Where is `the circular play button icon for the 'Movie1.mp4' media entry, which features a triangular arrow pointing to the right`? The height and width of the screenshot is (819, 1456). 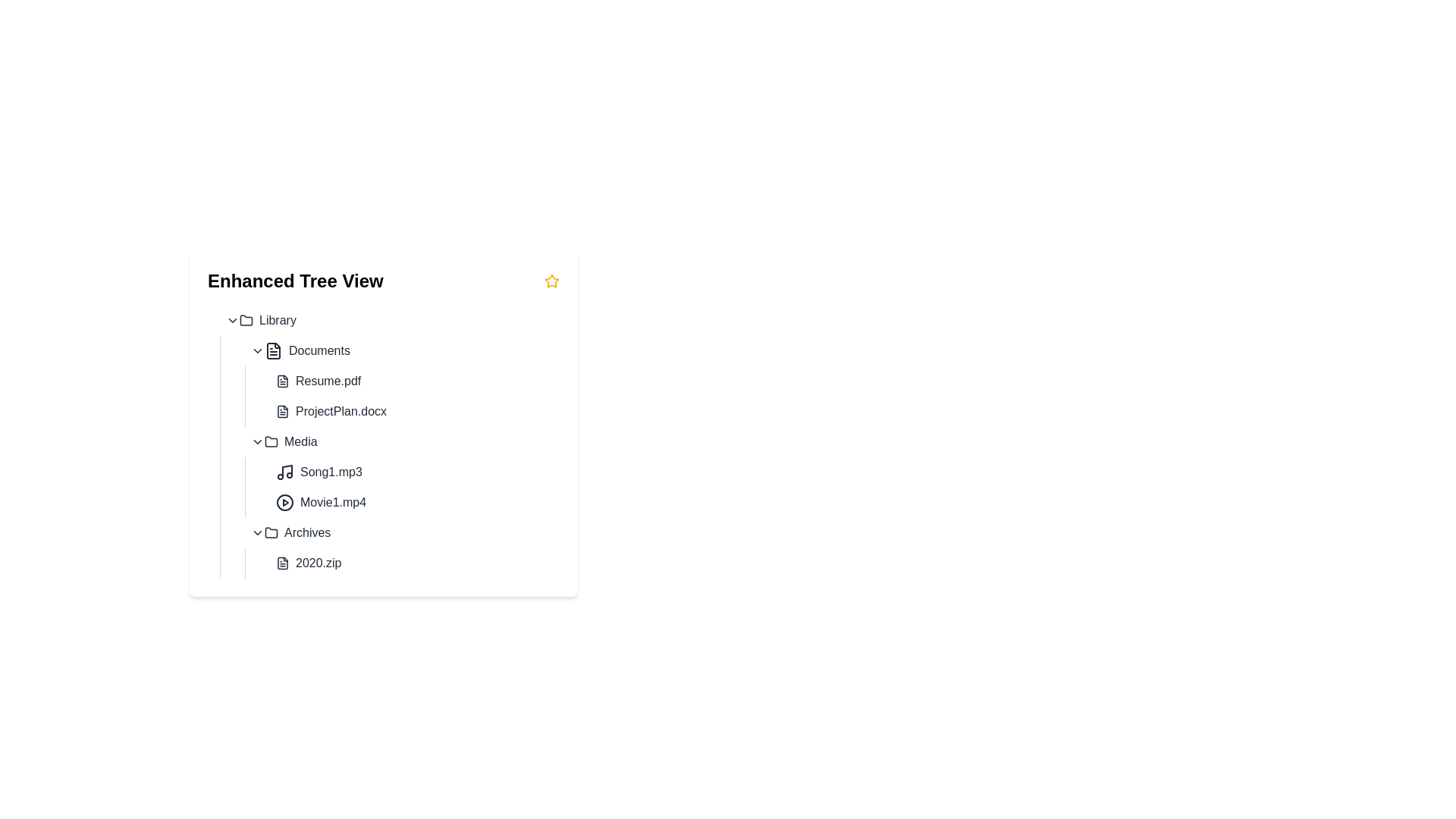 the circular play button icon for the 'Movie1.mp4' media entry, which features a triangular arrow pointing to the right is located at coordinates (284, 503).